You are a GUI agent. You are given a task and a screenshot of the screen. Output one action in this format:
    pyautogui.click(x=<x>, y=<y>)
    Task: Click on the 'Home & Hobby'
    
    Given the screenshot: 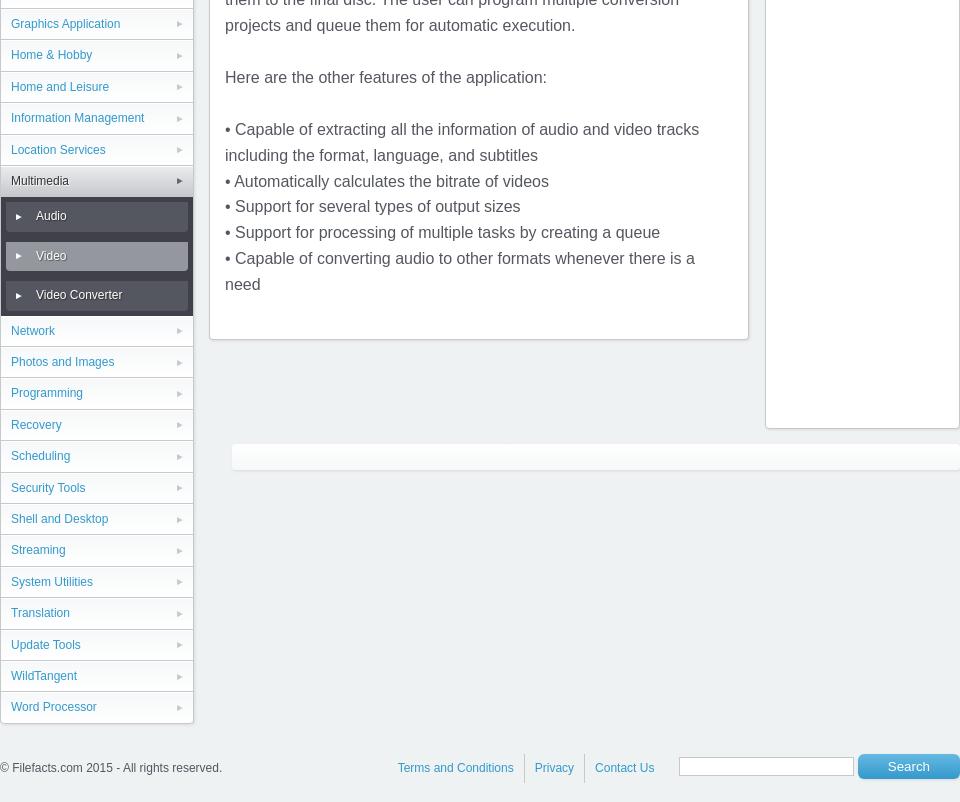 What is the action you would take?
    pyautogui.click(x=50, y=54)
    